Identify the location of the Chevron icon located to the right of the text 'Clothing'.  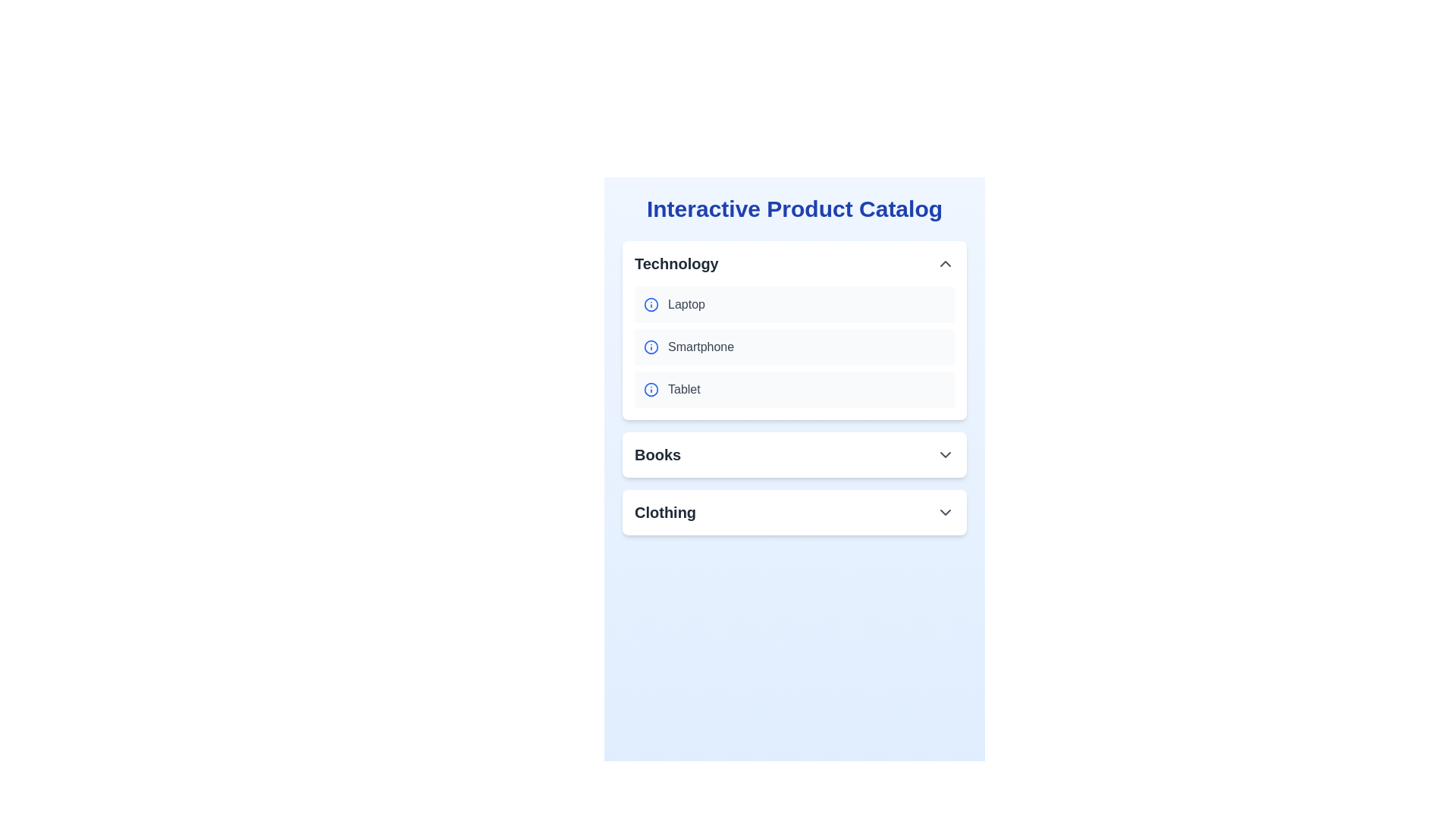
(945, 512).